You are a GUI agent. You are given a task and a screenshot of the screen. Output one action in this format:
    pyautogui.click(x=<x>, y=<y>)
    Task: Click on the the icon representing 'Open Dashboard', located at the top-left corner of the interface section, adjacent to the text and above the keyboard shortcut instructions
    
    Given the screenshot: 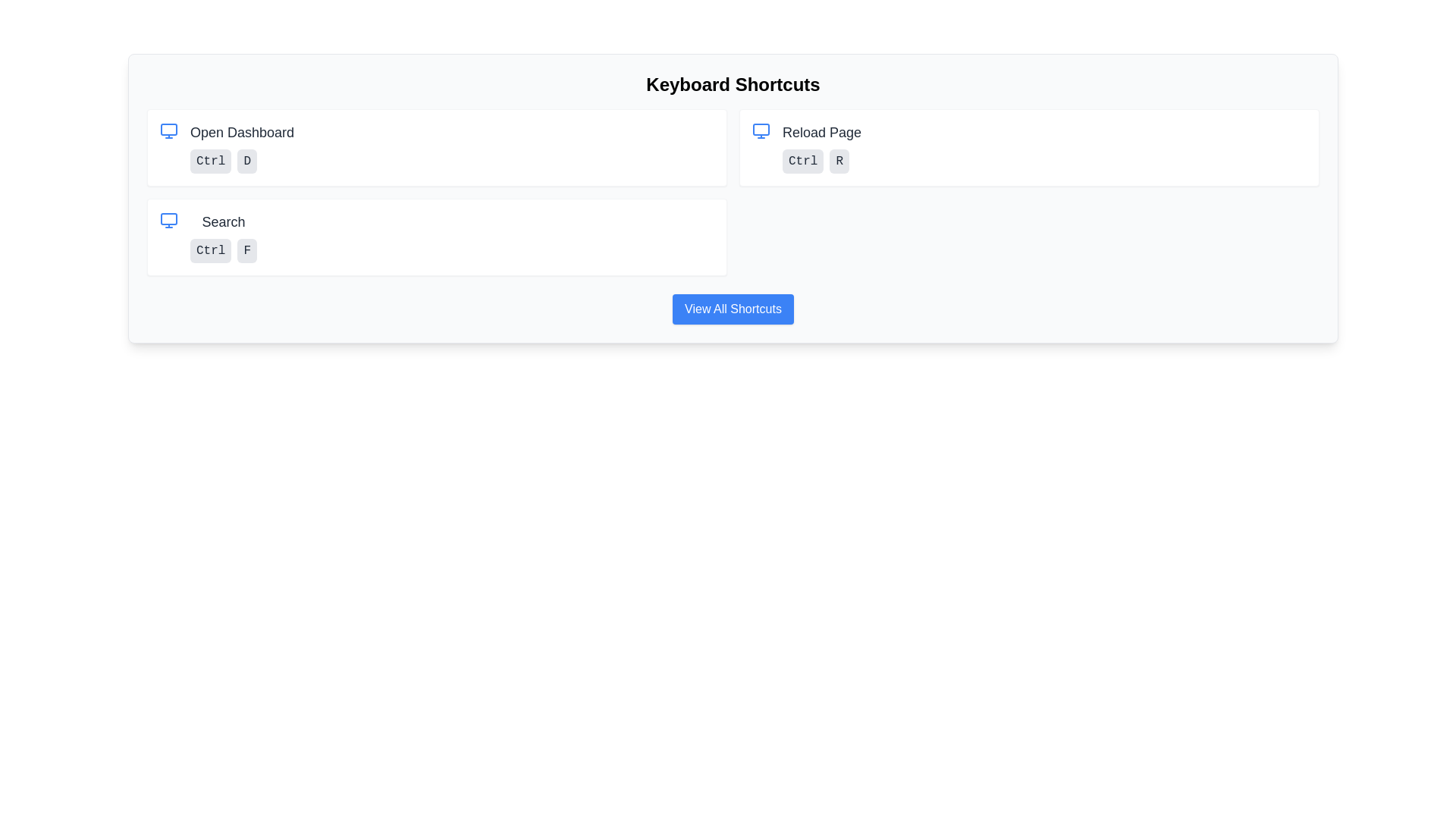 What is the action you would take?
    pyautogui.click(x=168, y=130)
    